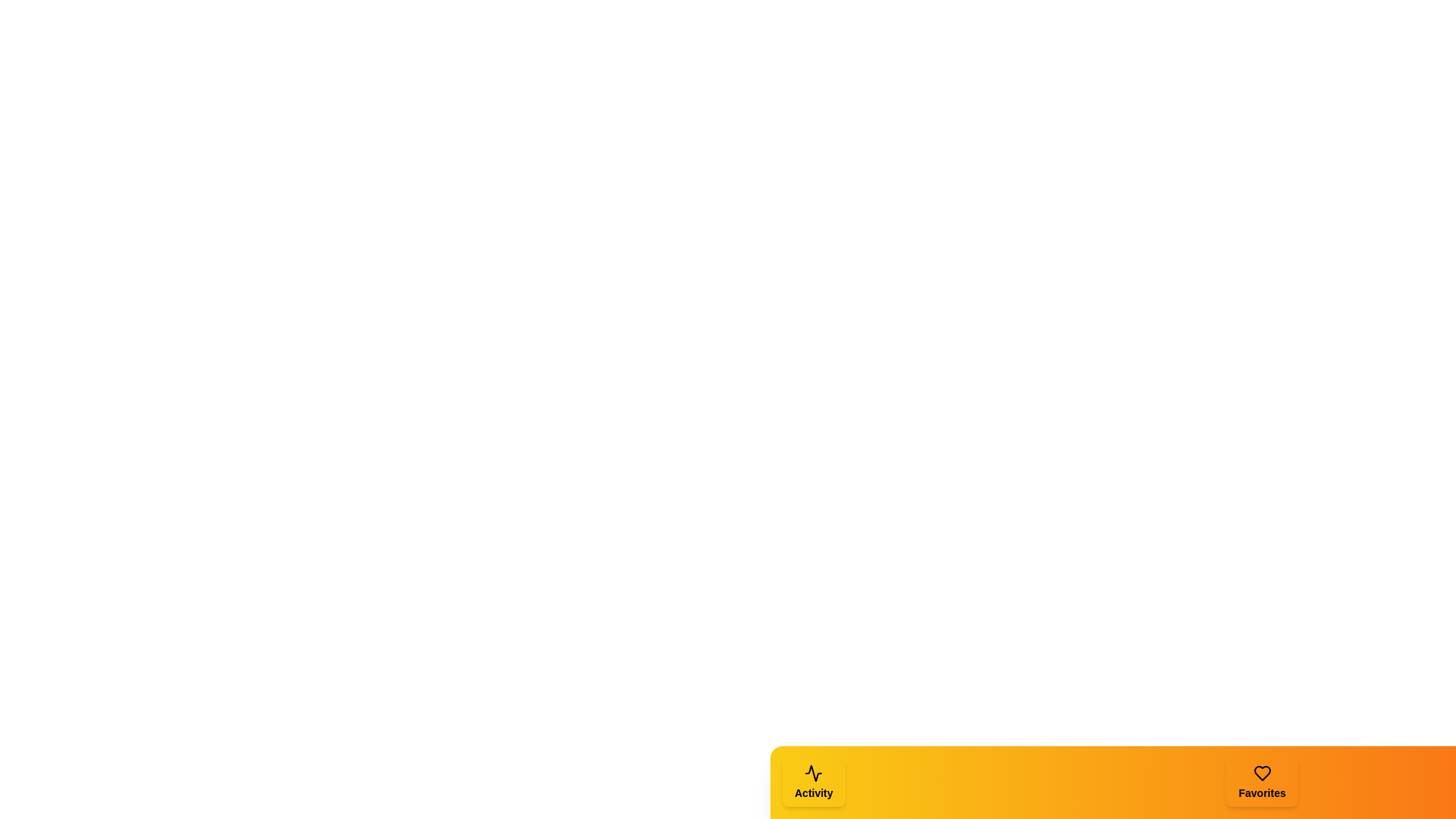  What do you see at coordinates (813, 783) in the screenshot?
I see `the Activity tab to activate it and observe the visual changes` at bounding box center [813, 783].